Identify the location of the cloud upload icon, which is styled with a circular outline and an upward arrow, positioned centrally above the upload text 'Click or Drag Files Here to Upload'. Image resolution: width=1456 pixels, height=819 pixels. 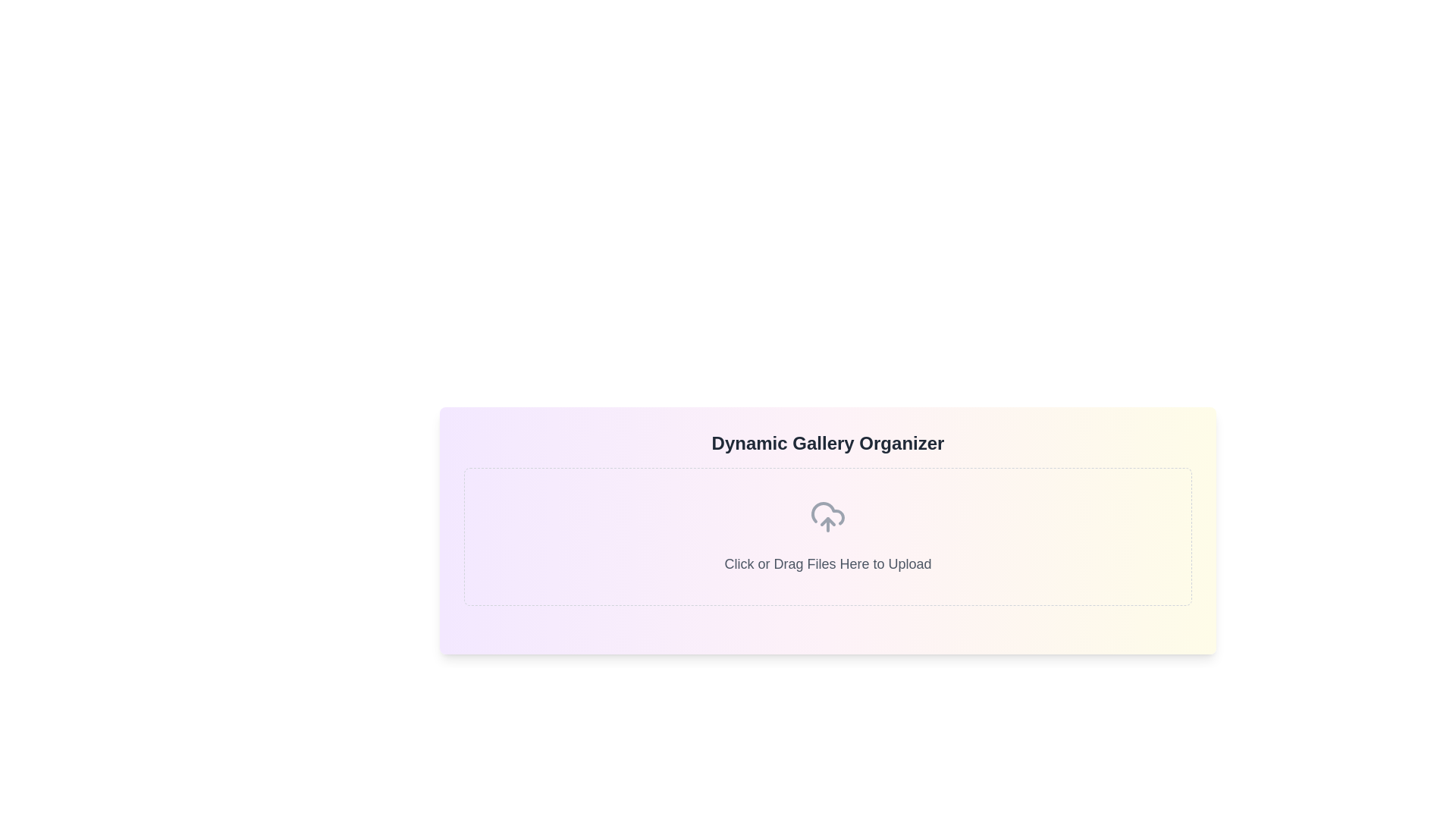
(827, 516).